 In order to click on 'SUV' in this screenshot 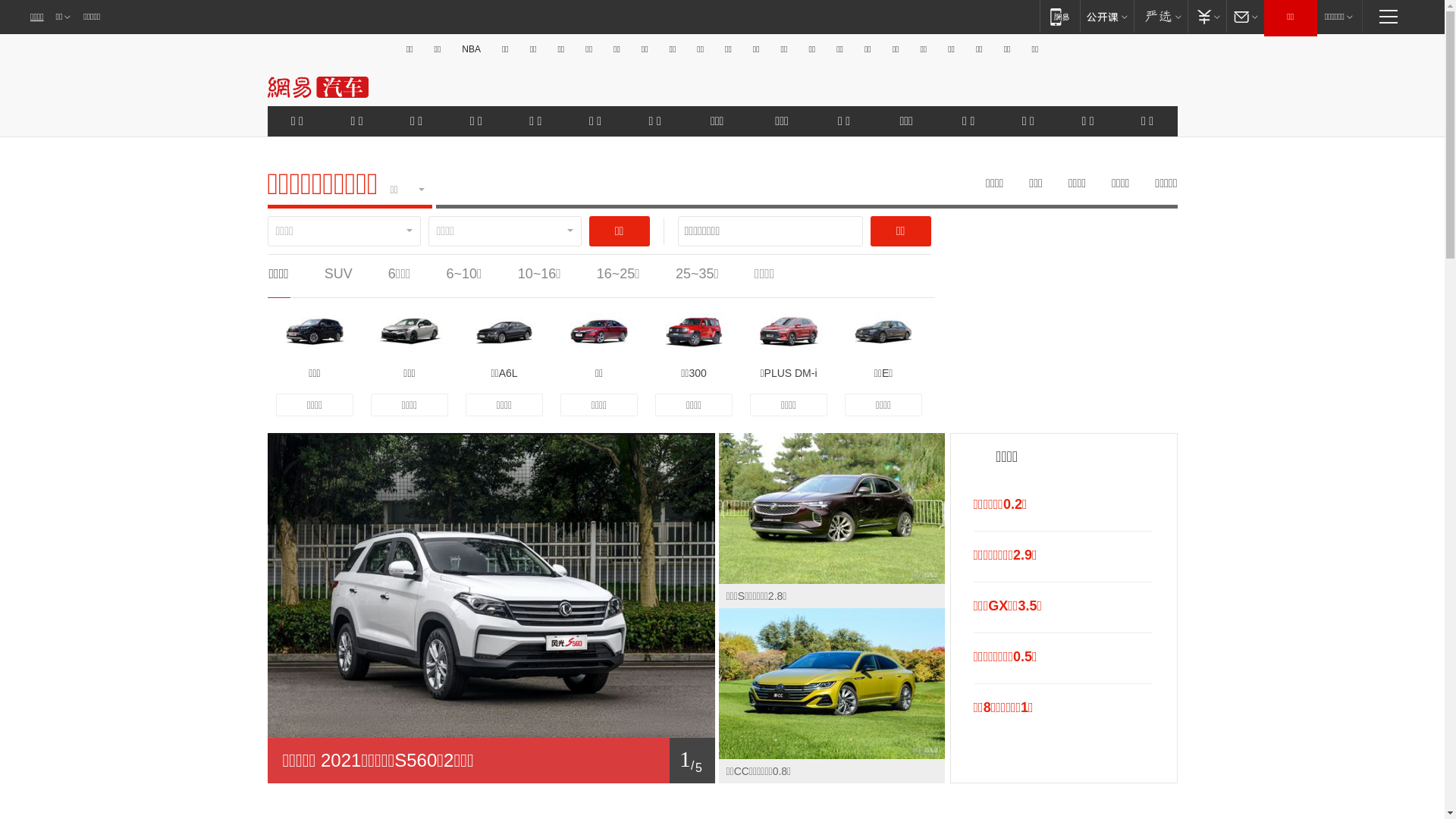, I will do `click(323, 274)`.